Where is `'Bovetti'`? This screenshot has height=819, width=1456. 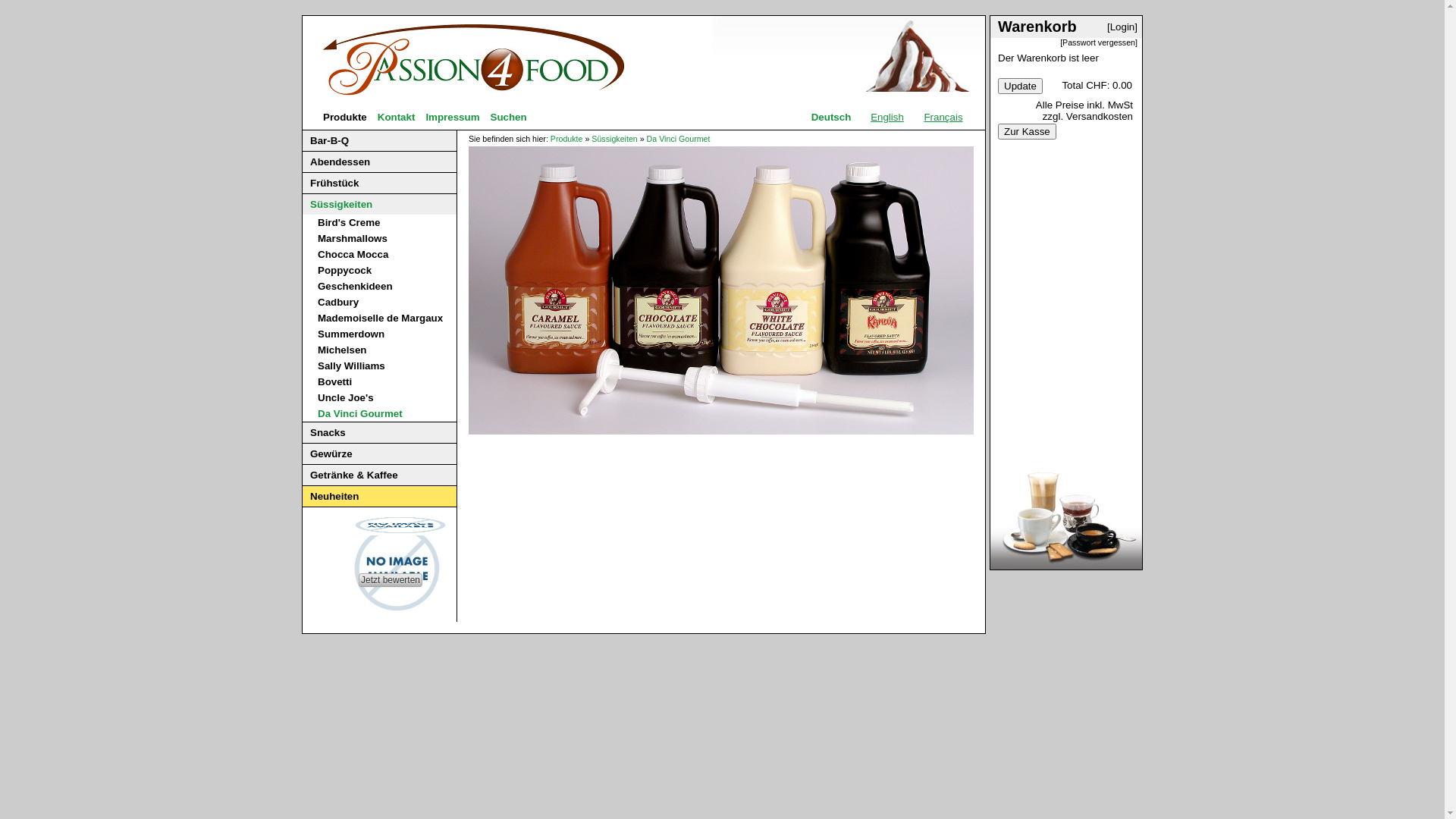
'Bovetti' is located at coordinates (334, 381).